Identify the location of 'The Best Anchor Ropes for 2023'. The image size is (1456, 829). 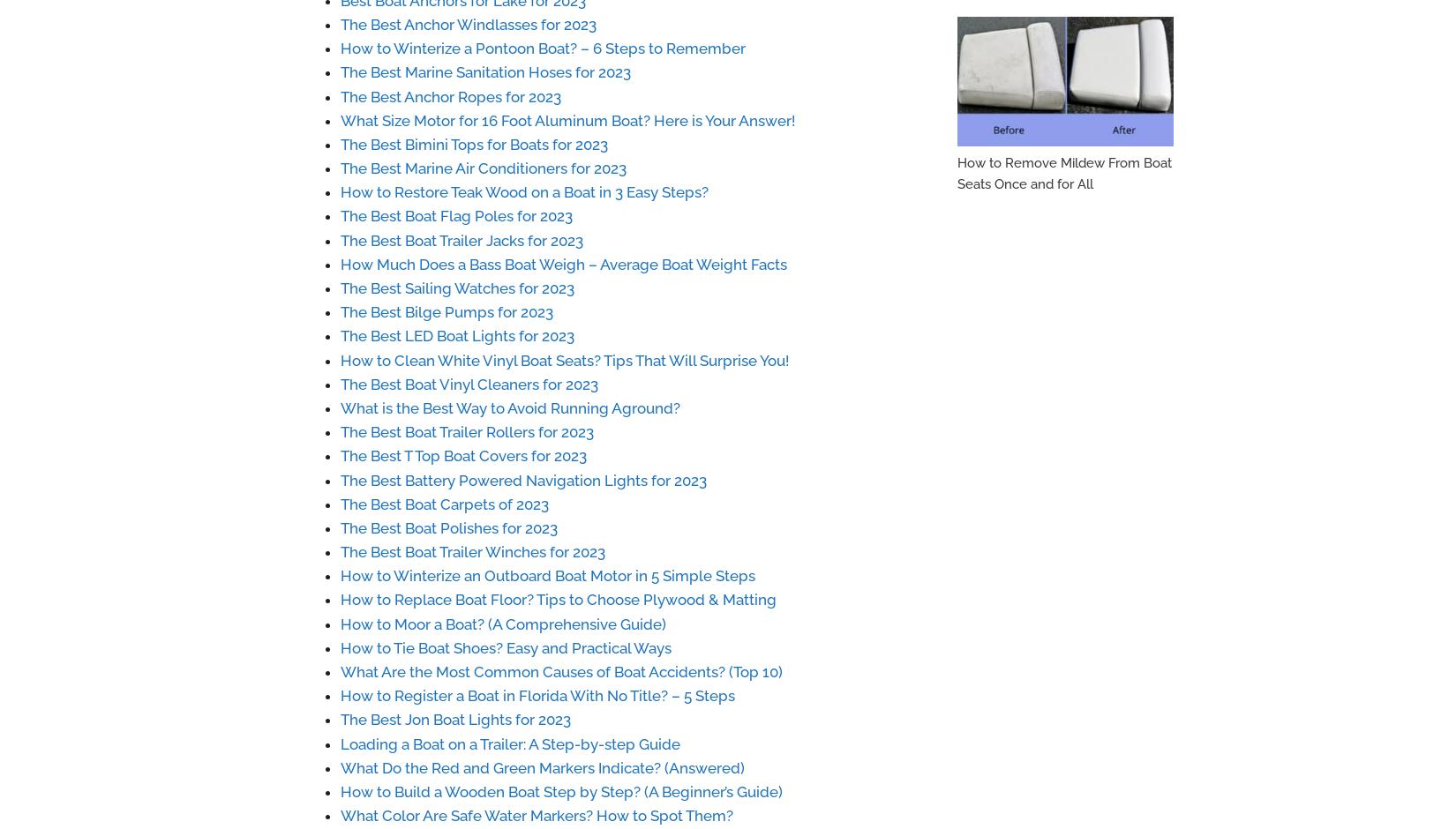
(450, 96).